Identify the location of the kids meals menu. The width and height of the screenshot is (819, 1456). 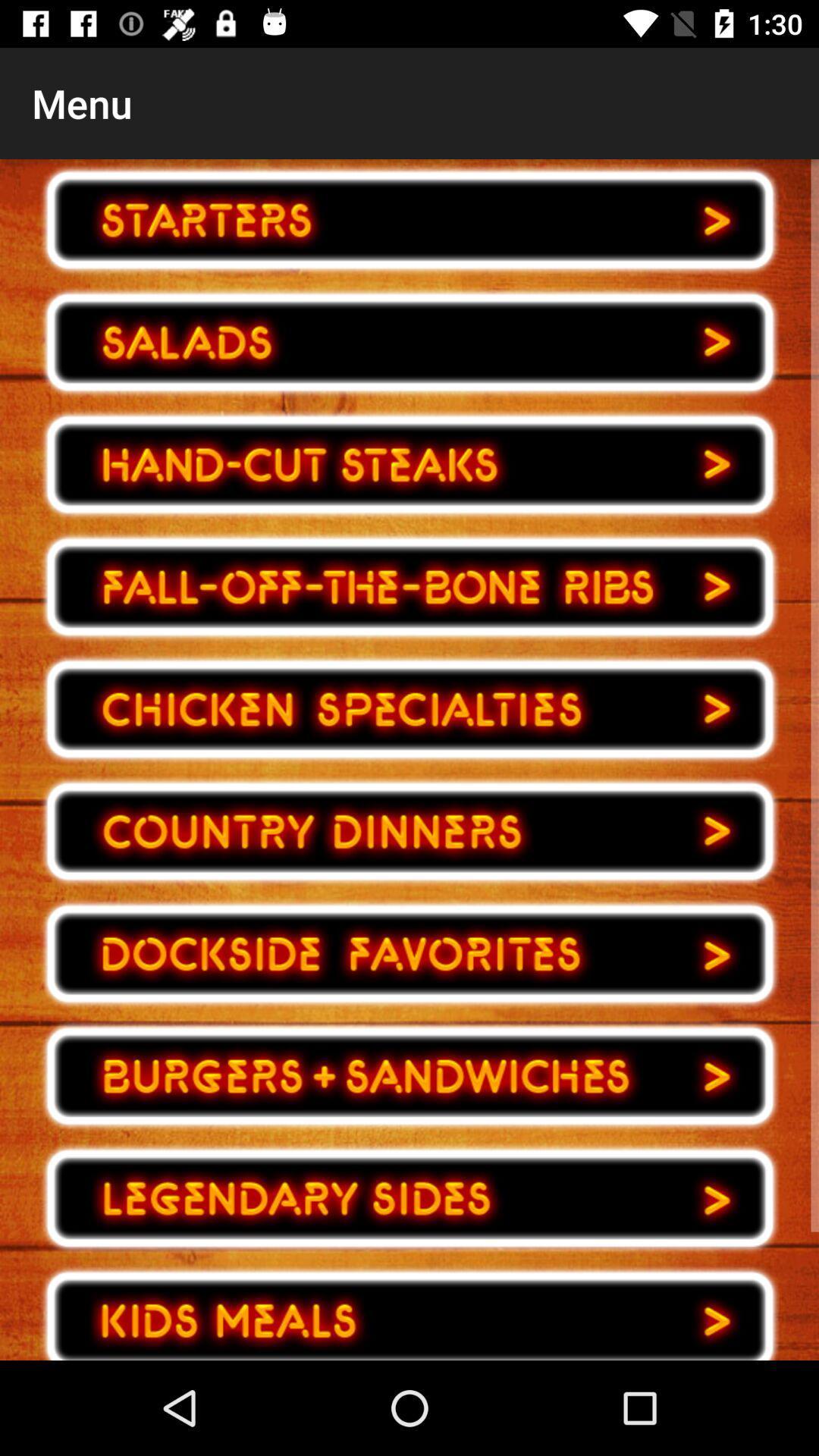
(409, 1309).